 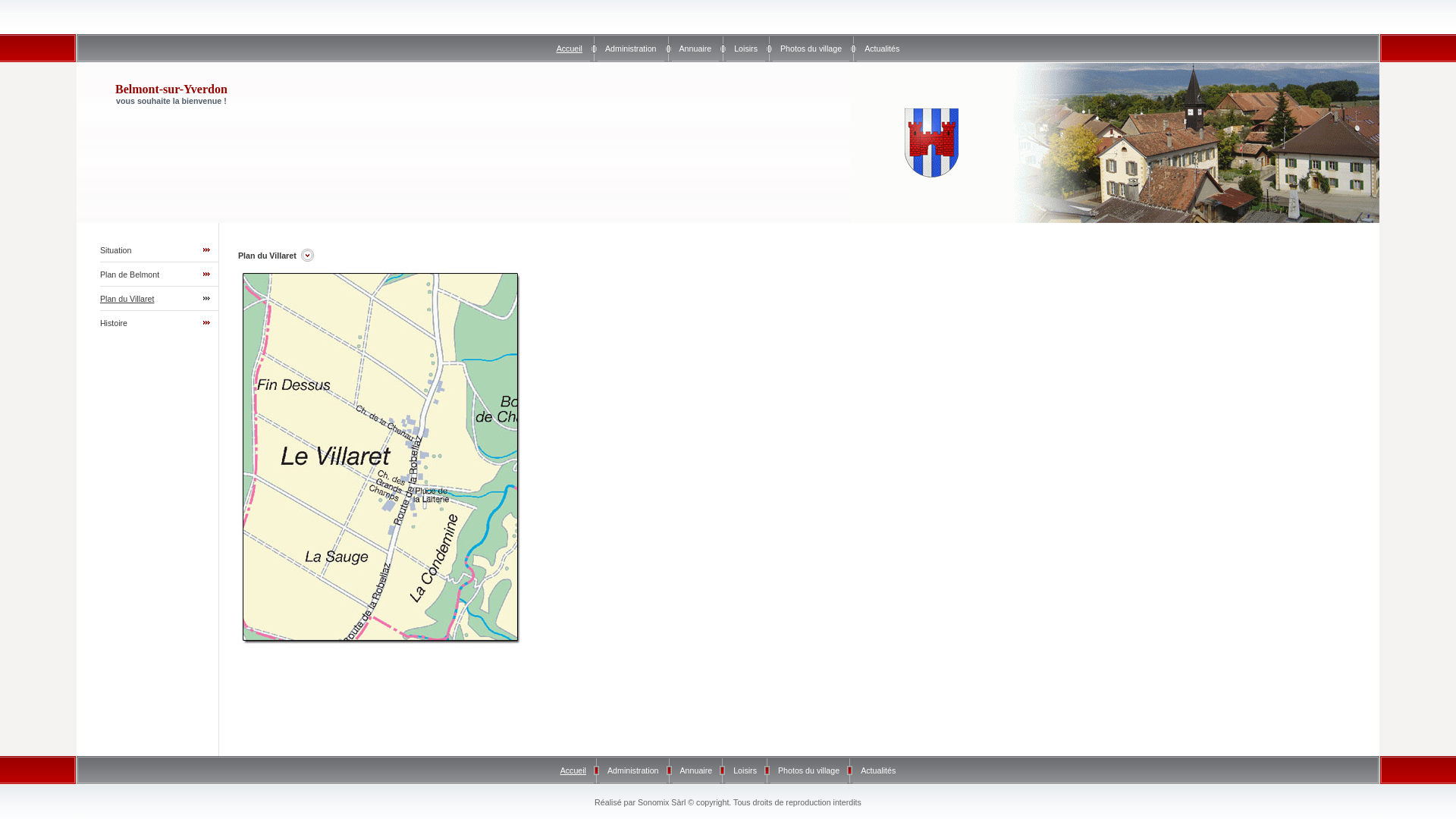 What do you see at coordinates (679, 770) in the screenshot?
I see `'Annuaire'` at bounding box center [679, 770].